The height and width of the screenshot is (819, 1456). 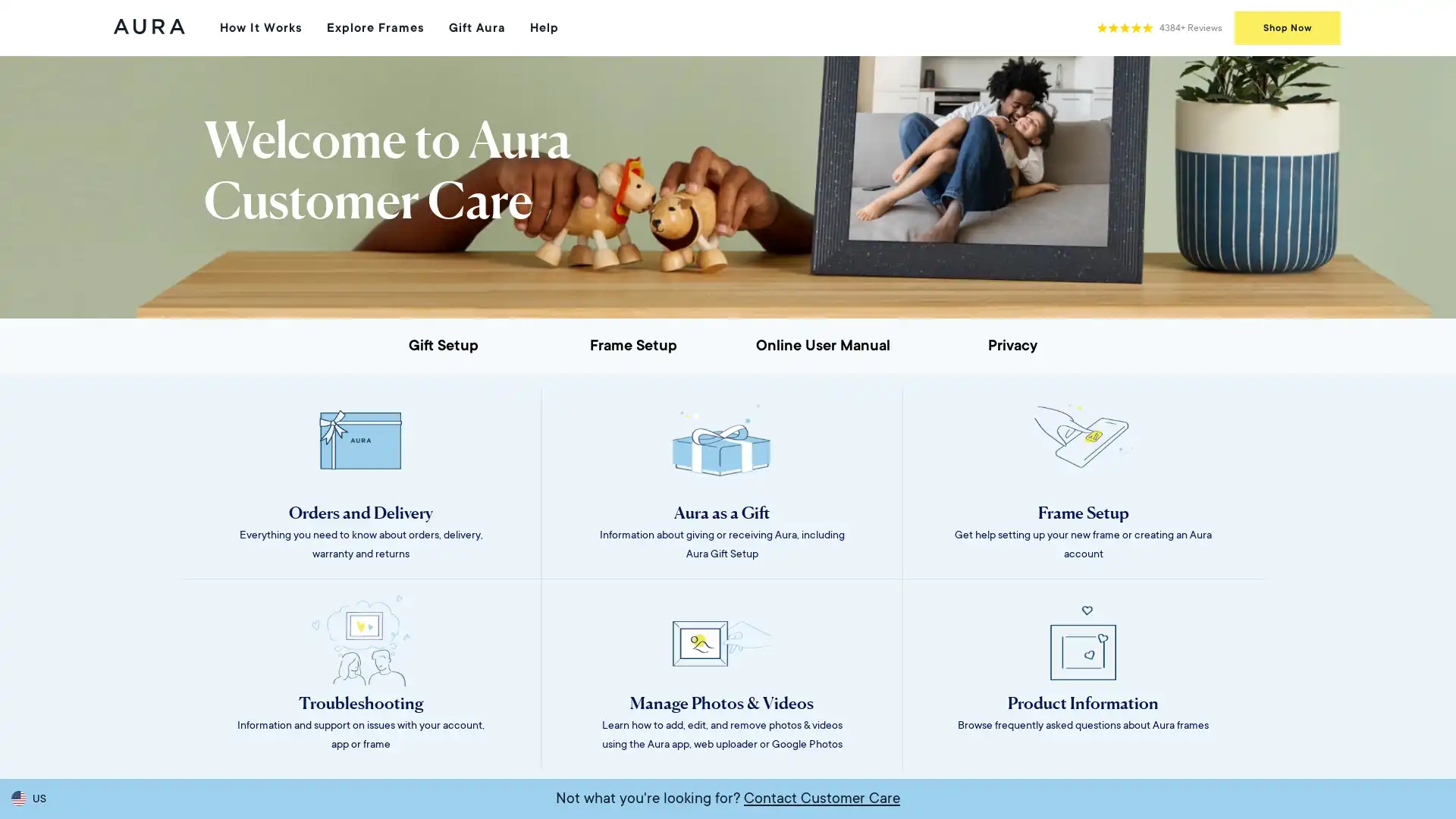 What do you see at coordinates (29, 798) in the screenshot?
I see `US` at bounding box center [29, 798].